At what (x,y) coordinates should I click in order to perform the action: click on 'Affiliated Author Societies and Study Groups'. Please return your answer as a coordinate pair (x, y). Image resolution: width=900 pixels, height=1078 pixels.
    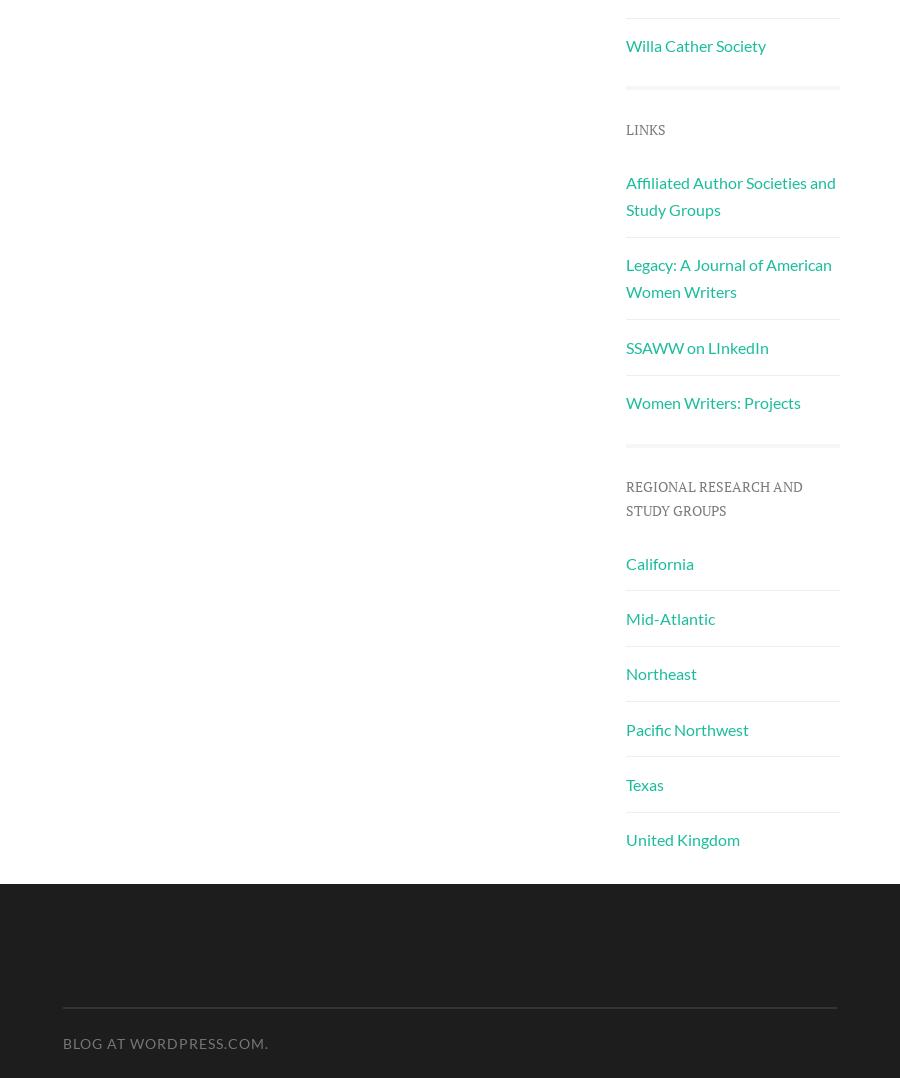
    Looking at the image, I should click on (728, 195).